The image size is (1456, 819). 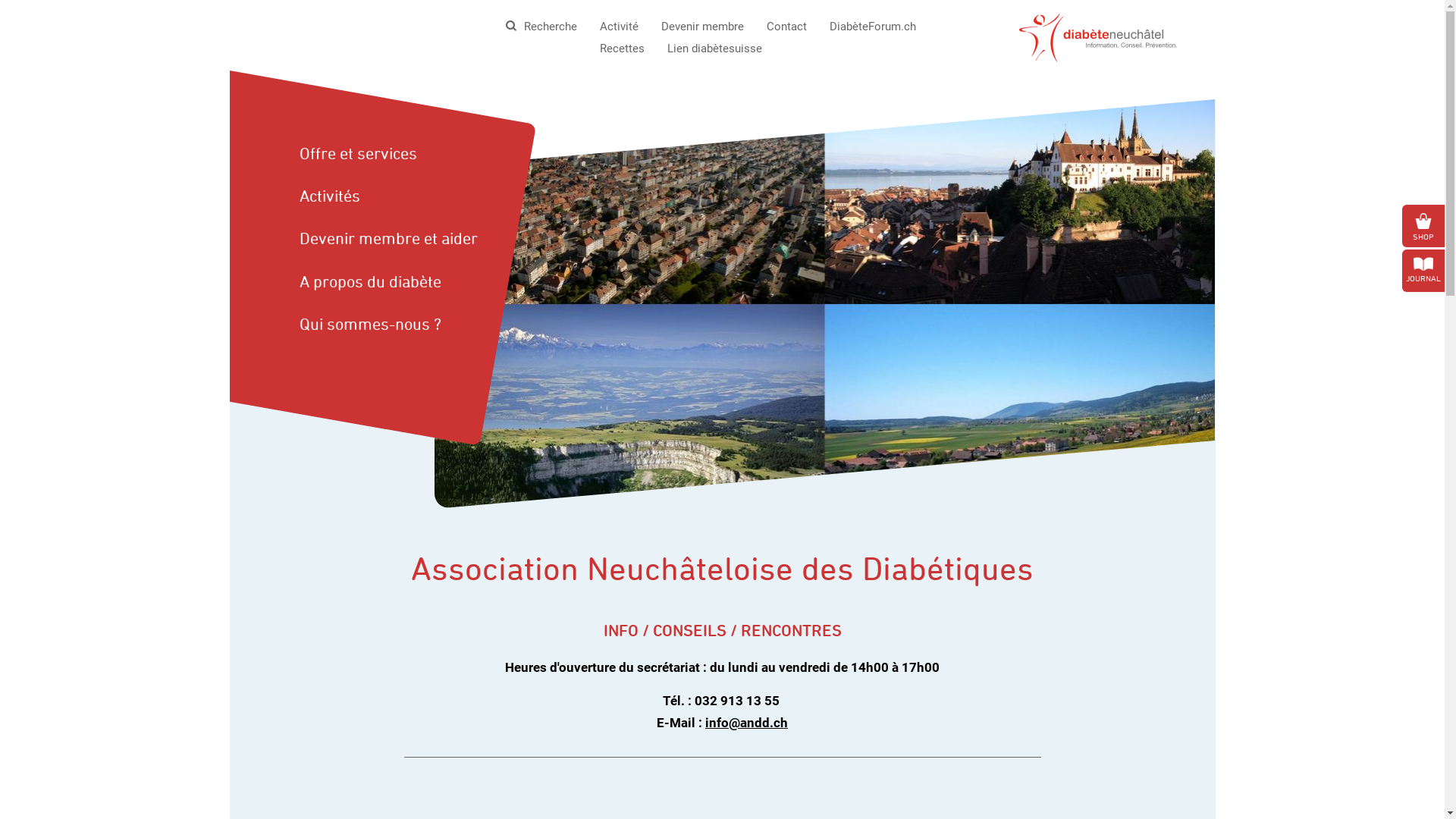 What do you see at coordinates (1422, 225) in the screenshot?
I see `'SHOP'` at bounding box center [1422, 225].